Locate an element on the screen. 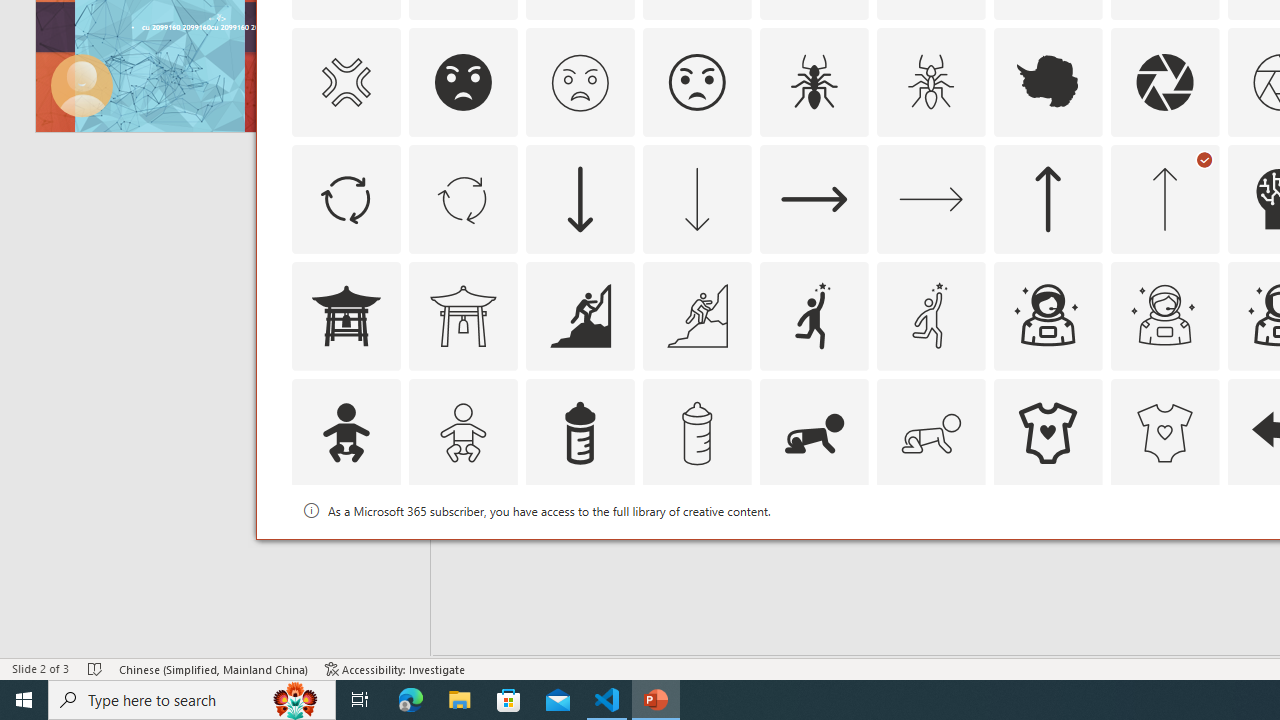  'AutomationID: Icons_AsianTemple1_M' is located at coordinates (462, 315).